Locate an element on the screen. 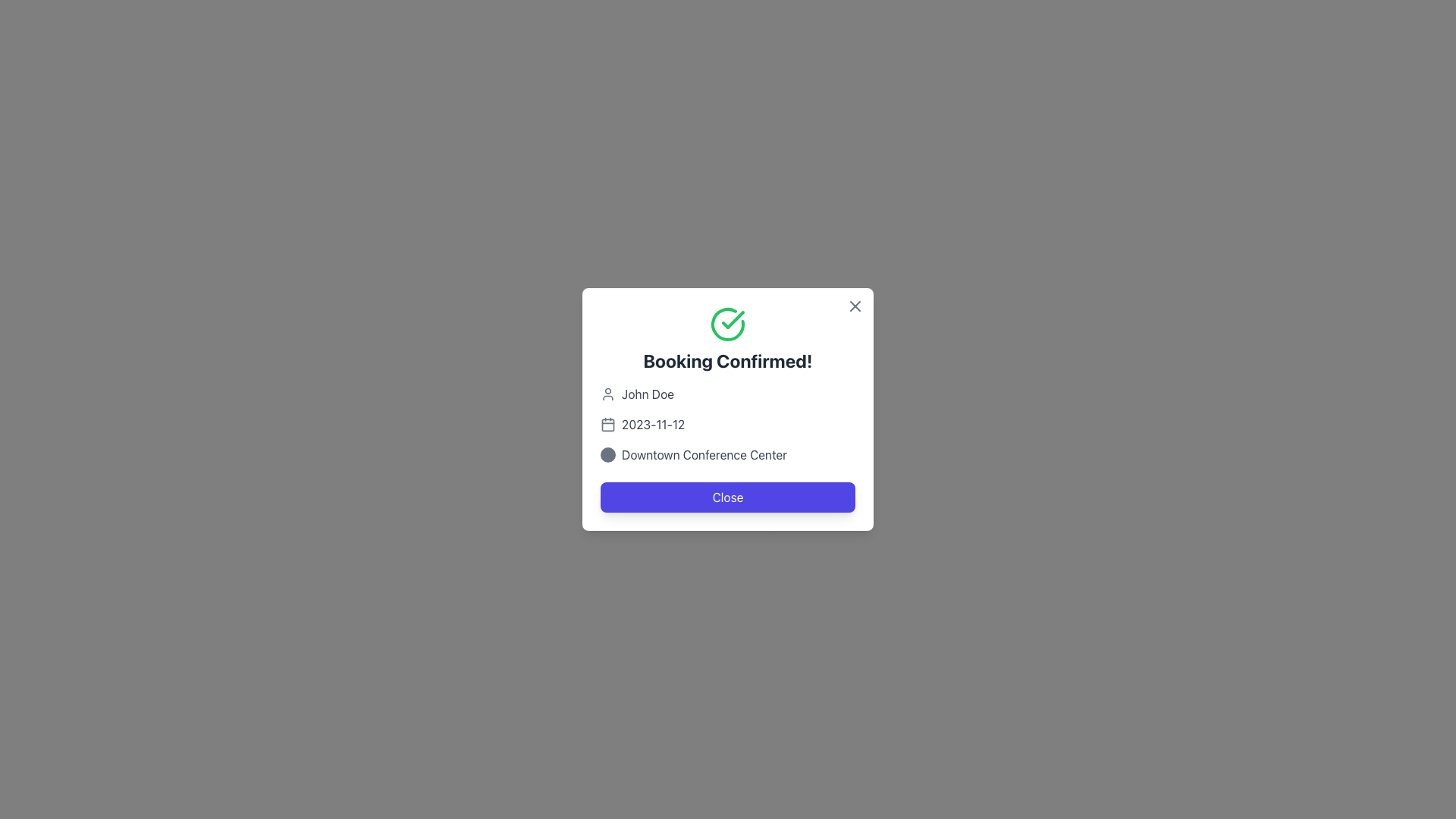  the clean cross icon in the top-right corner of the 'Booking Confirmed!' modal is located at coordinates (855, 306).